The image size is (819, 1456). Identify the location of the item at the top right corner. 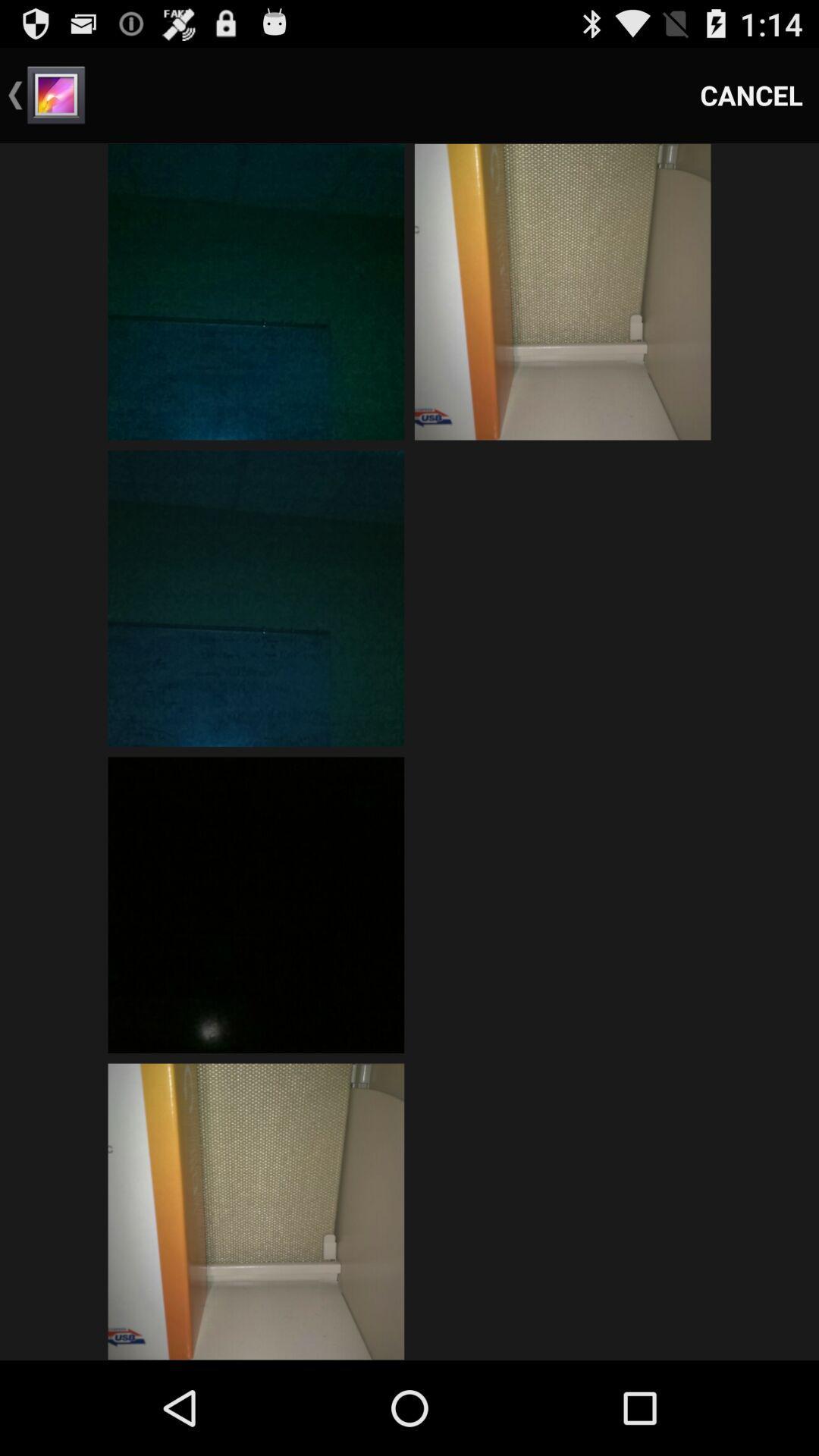
(752, 94).